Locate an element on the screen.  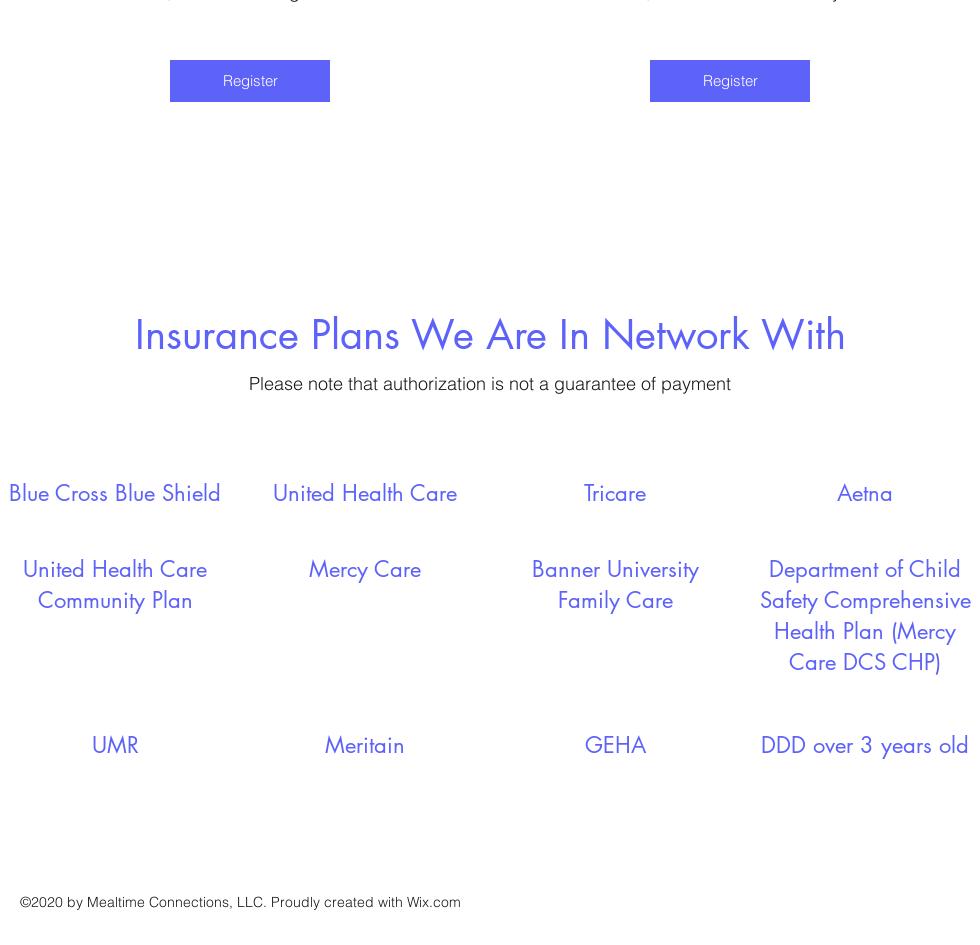
'Please note that authorization is not a guarantee of payment' is located at coordinates (249, 381).